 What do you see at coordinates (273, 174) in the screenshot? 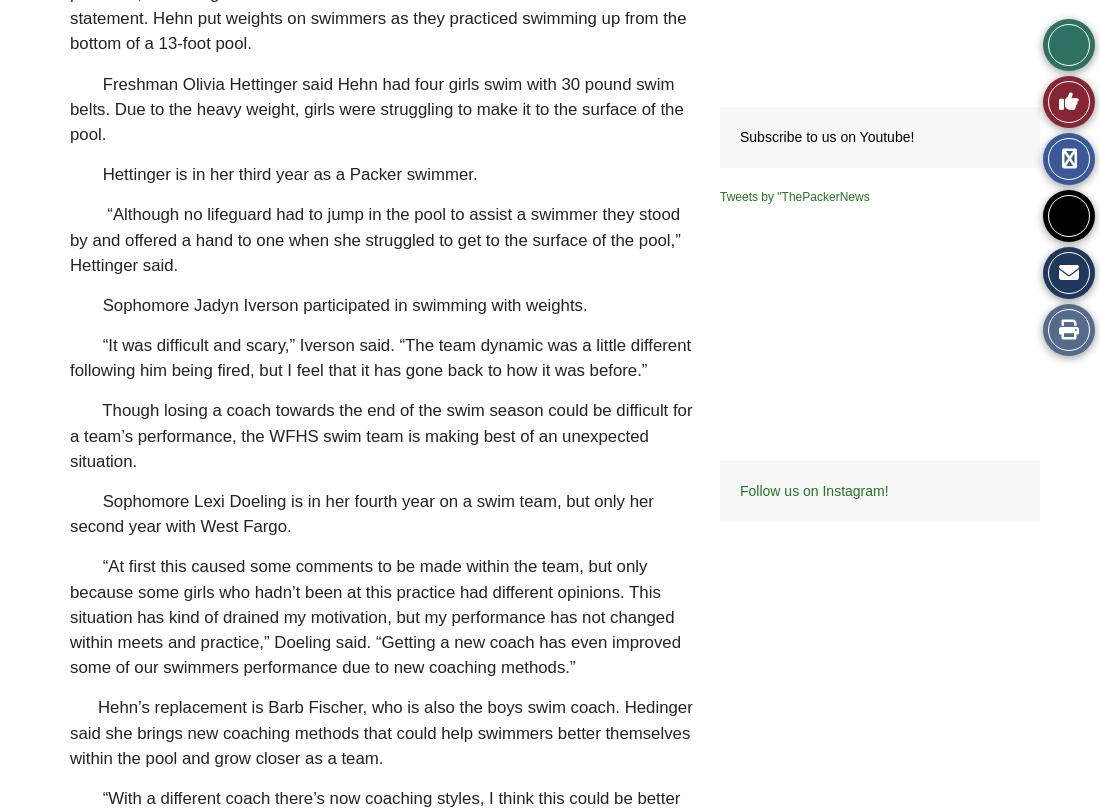
I see `'Hettinger is in her third year as a Packer swimmer.'` at bounding box center [273, 174].